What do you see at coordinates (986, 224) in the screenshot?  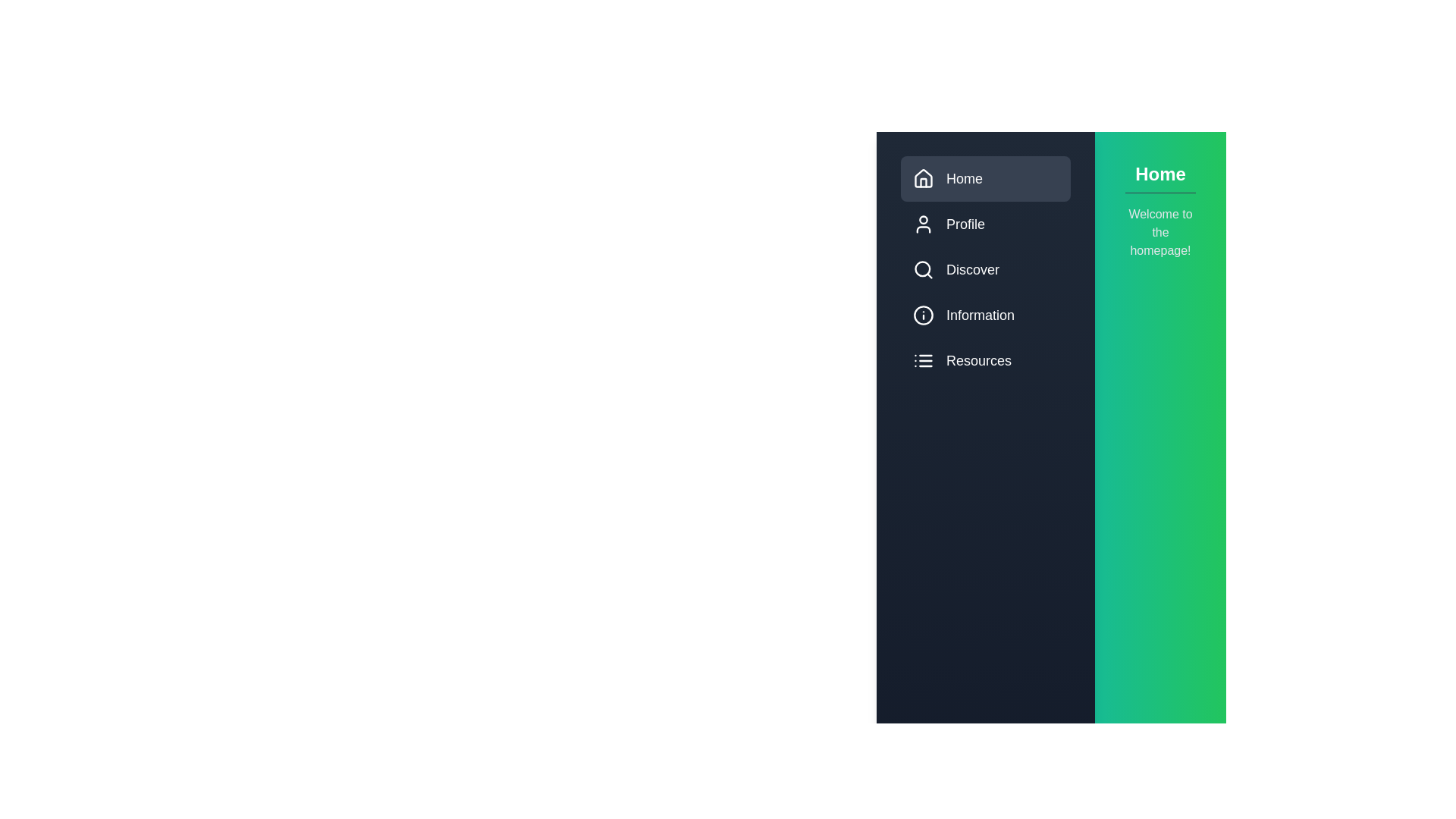 I see `the menu item Profile to preview its interaction` at bounding box center [986, 224].